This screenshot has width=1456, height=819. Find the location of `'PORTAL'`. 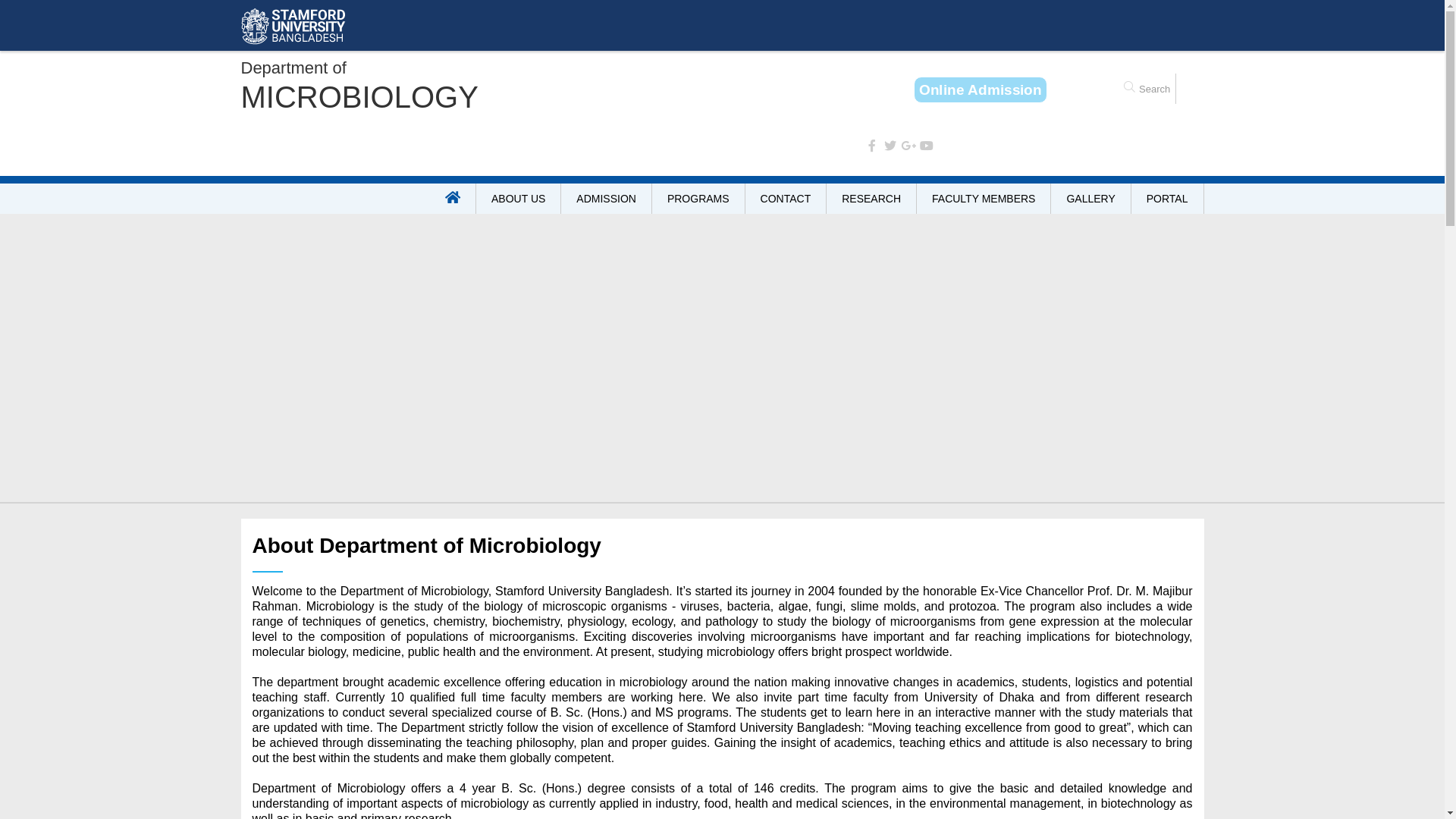

'PORTAL' is located at coordinates (1131, 198).